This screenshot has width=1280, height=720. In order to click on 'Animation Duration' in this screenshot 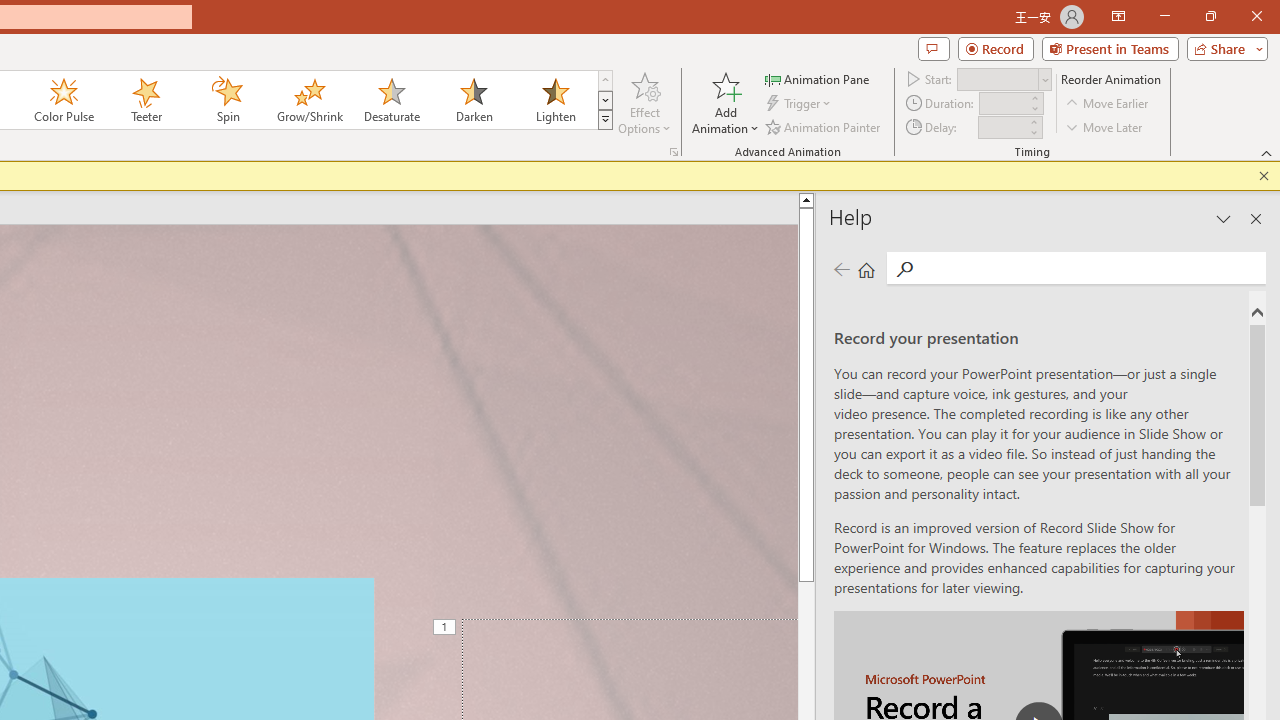, I will do `click(1003, 103)`.